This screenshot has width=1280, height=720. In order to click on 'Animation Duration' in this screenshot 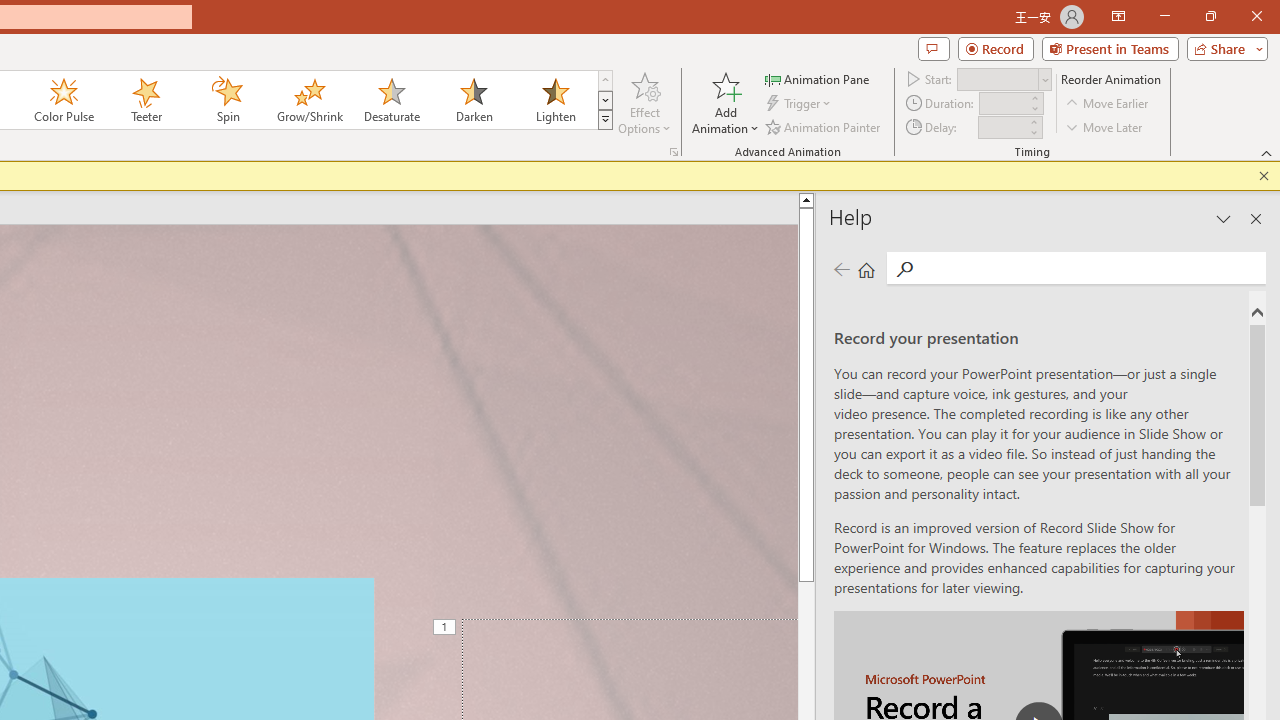, I will do `click(1003, 103)`.